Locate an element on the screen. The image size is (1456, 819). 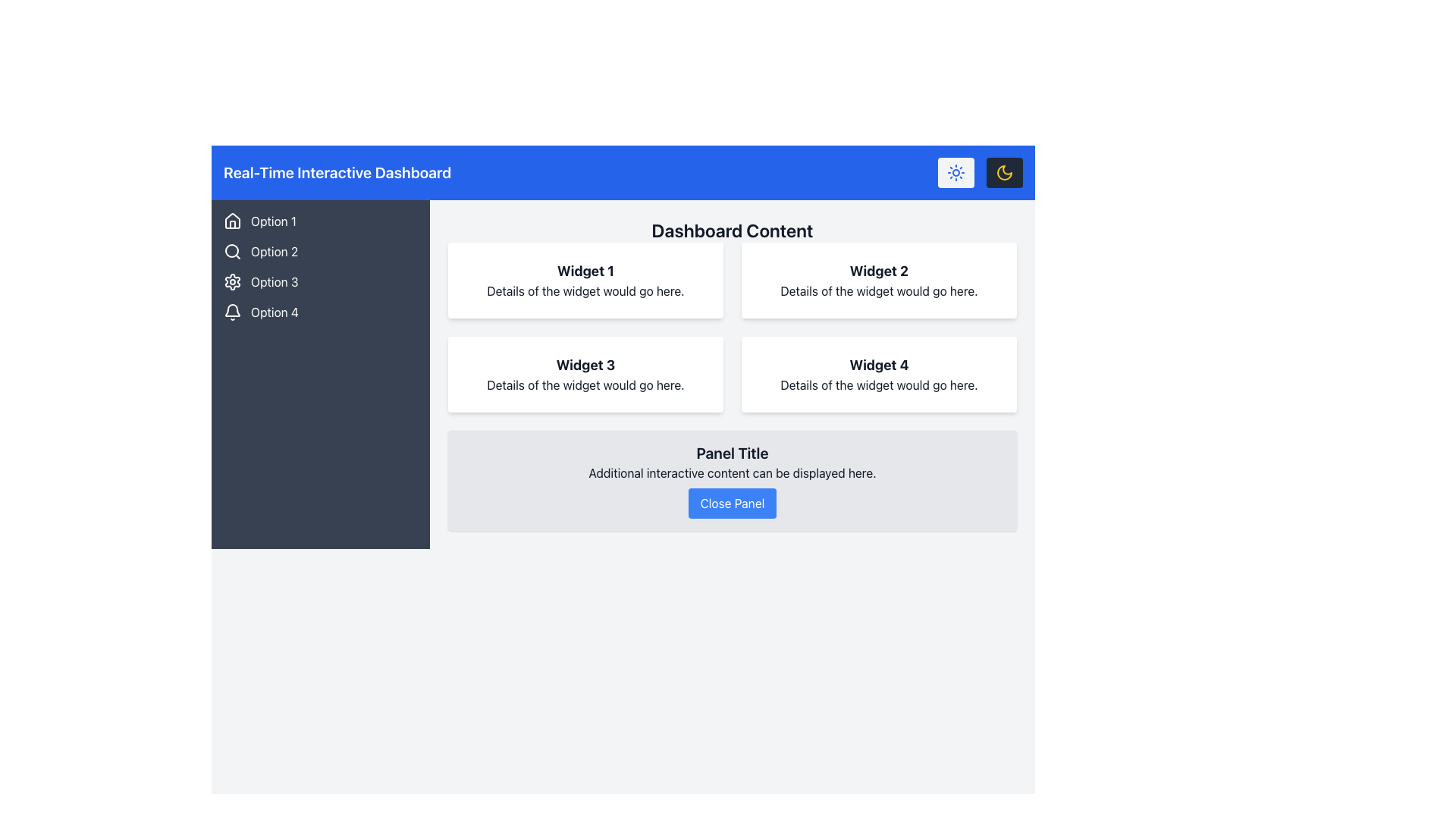
the house icon in the vertical navigation bar, positioned above the text 'Option 1' is located at coordinates (232, 220).